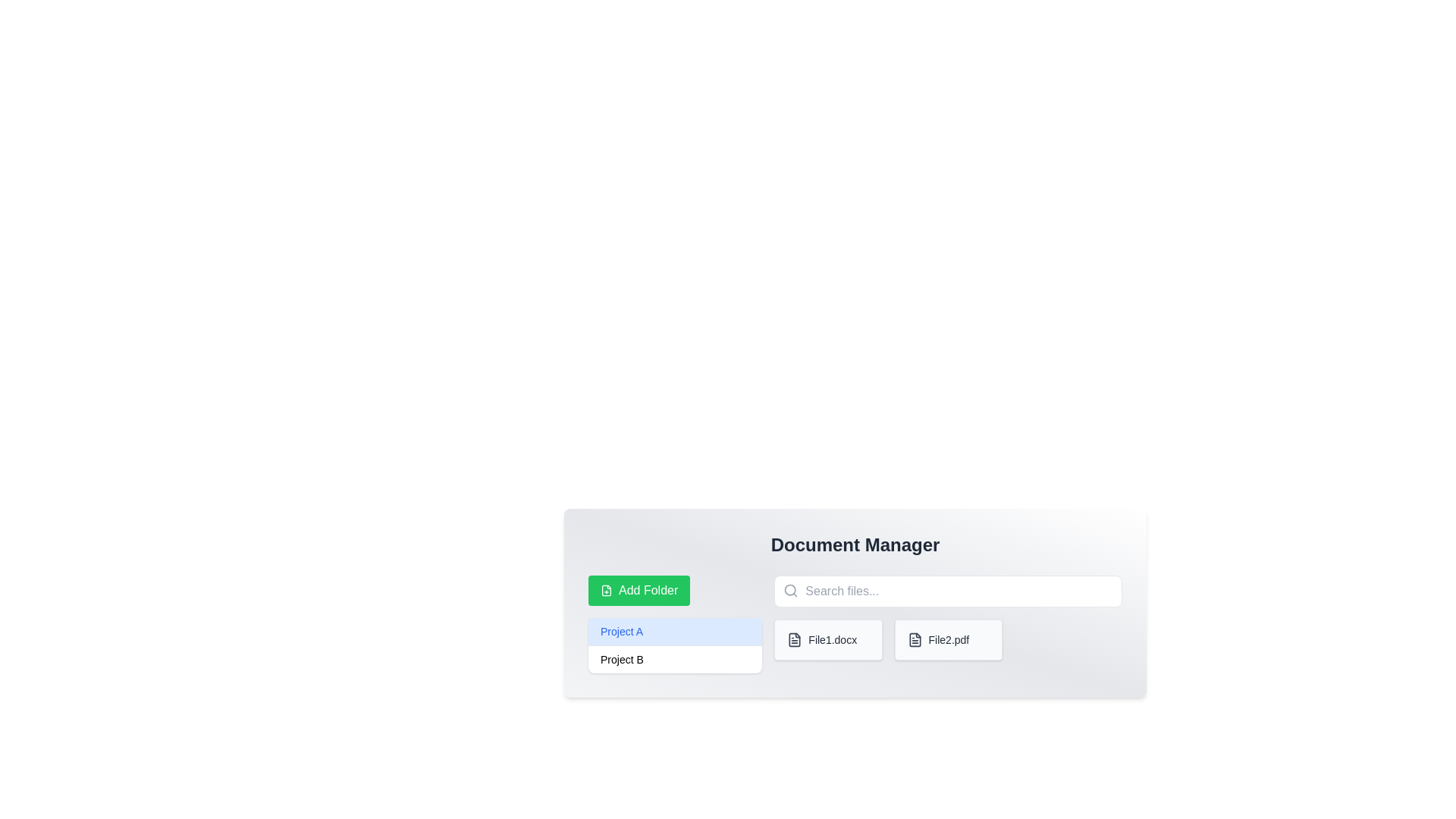 This screenshot has height=819, width=1456. I want to click on the static text label displaying 'File2.pdf' which is located in the middle-right of the Document Manager interface, so click(948, 640).